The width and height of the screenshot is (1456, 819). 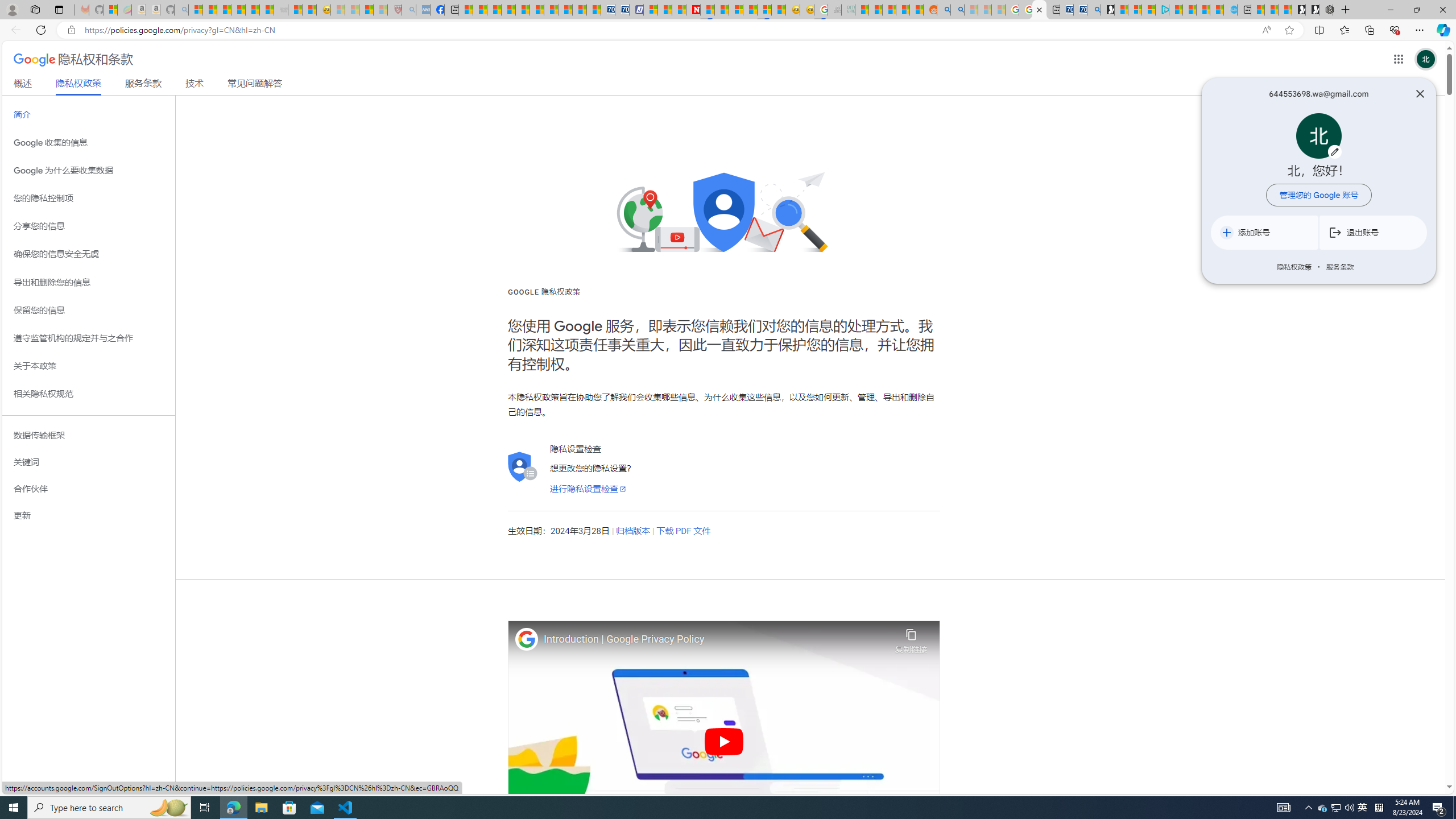 I want to click on 'Bing Real Estate - Home sales and rental listings', so click(x=1093, y=9).